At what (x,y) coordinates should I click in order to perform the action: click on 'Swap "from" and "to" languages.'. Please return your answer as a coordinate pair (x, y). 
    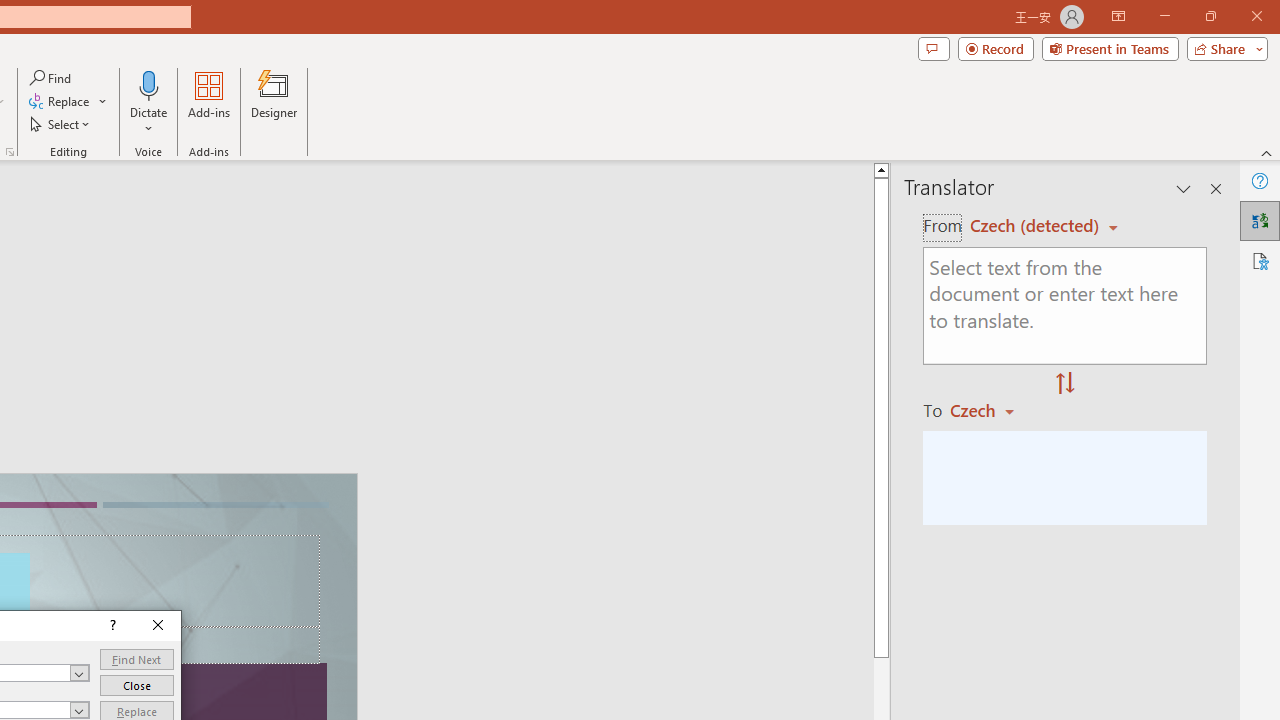
    Looking at the image, I should click on (1064, 384).